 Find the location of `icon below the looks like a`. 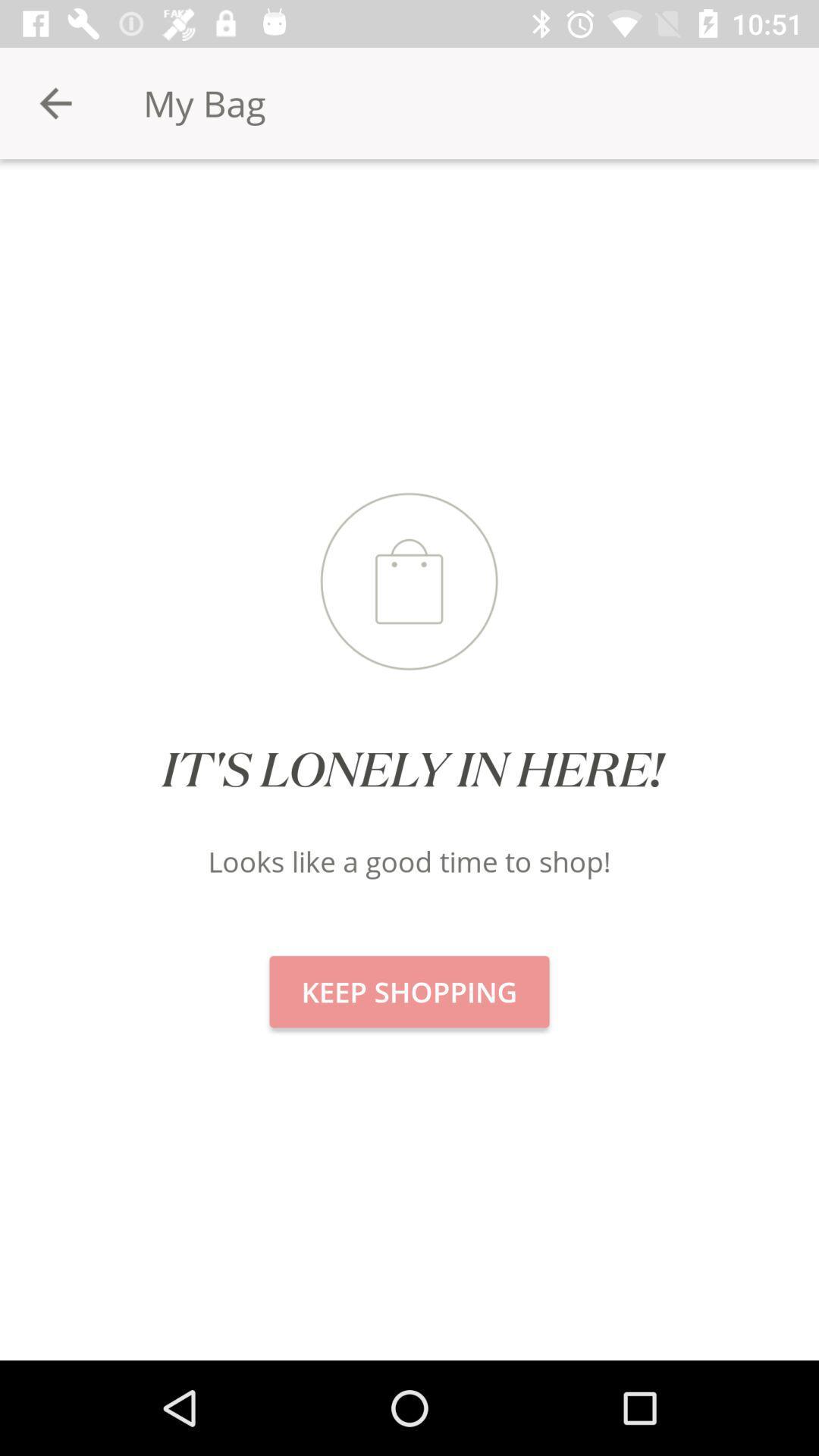

icon below the looks like a is located at coordinates (409, 992).